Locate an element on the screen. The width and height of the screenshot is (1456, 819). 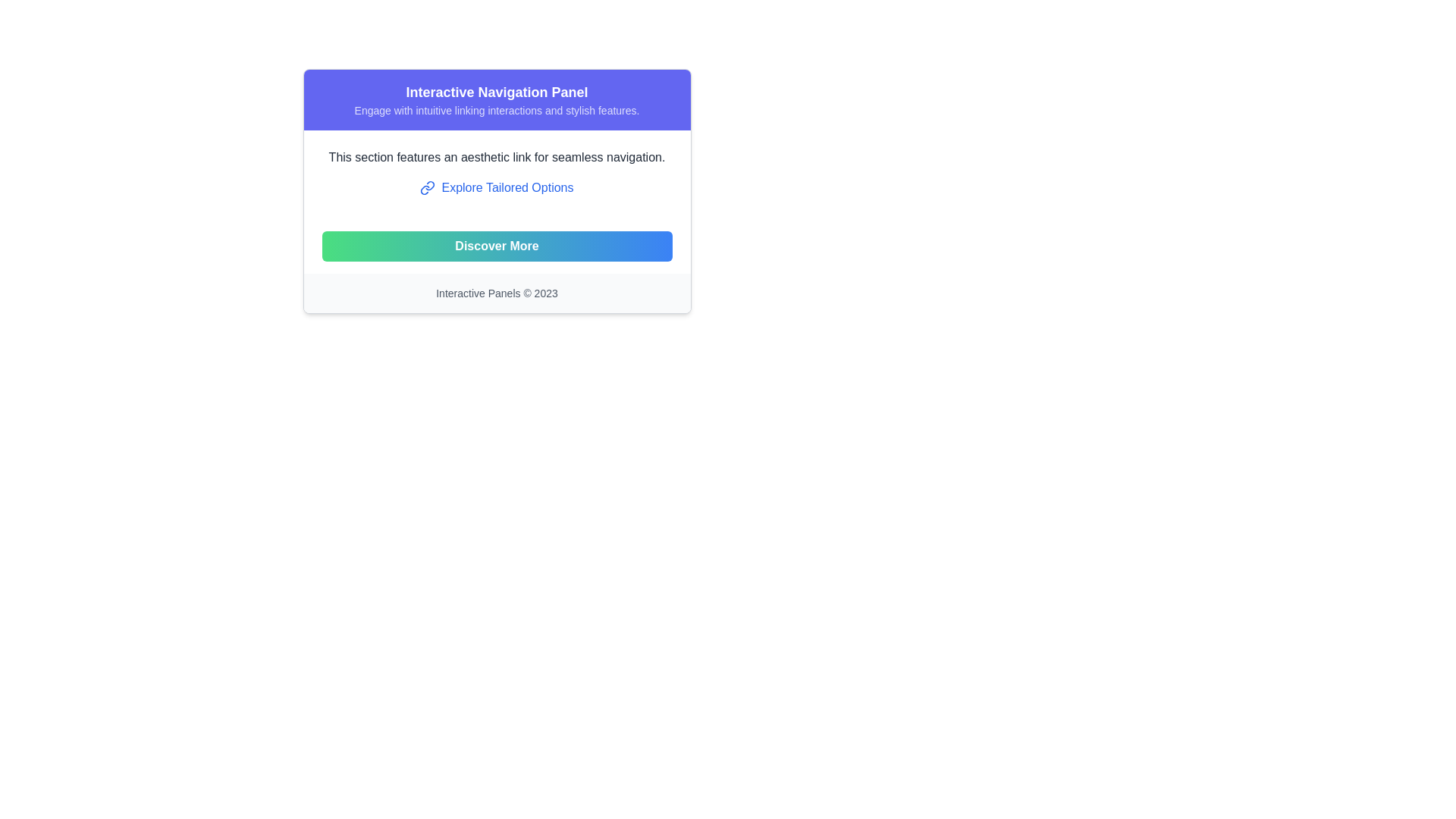
the footer text label that provides copyright or trademark information about 'Interactive Panels' is located at coordinates (497, 293).